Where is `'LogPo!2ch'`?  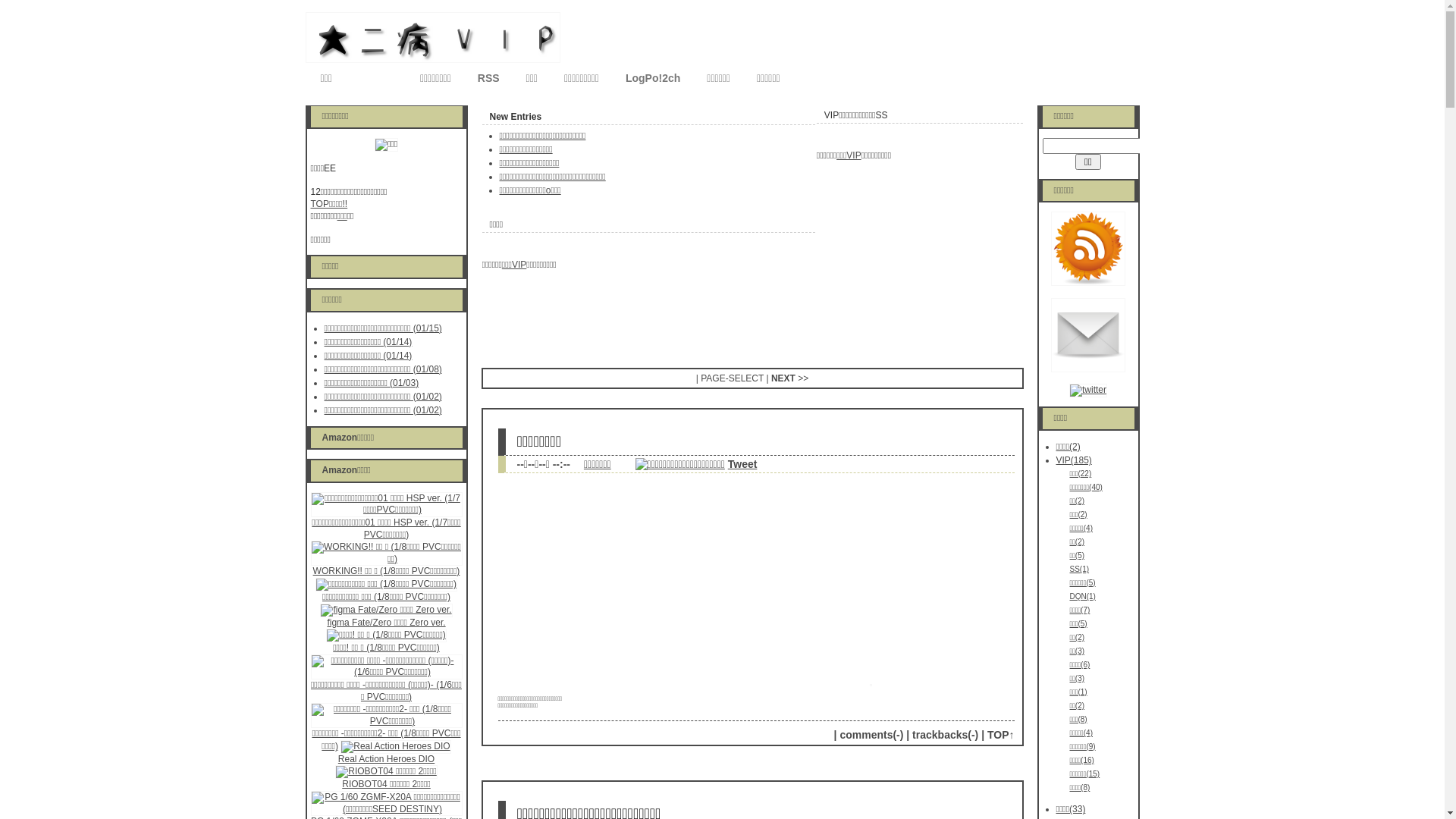 'LogPo!2ch' is located at coordinates (652, 80).